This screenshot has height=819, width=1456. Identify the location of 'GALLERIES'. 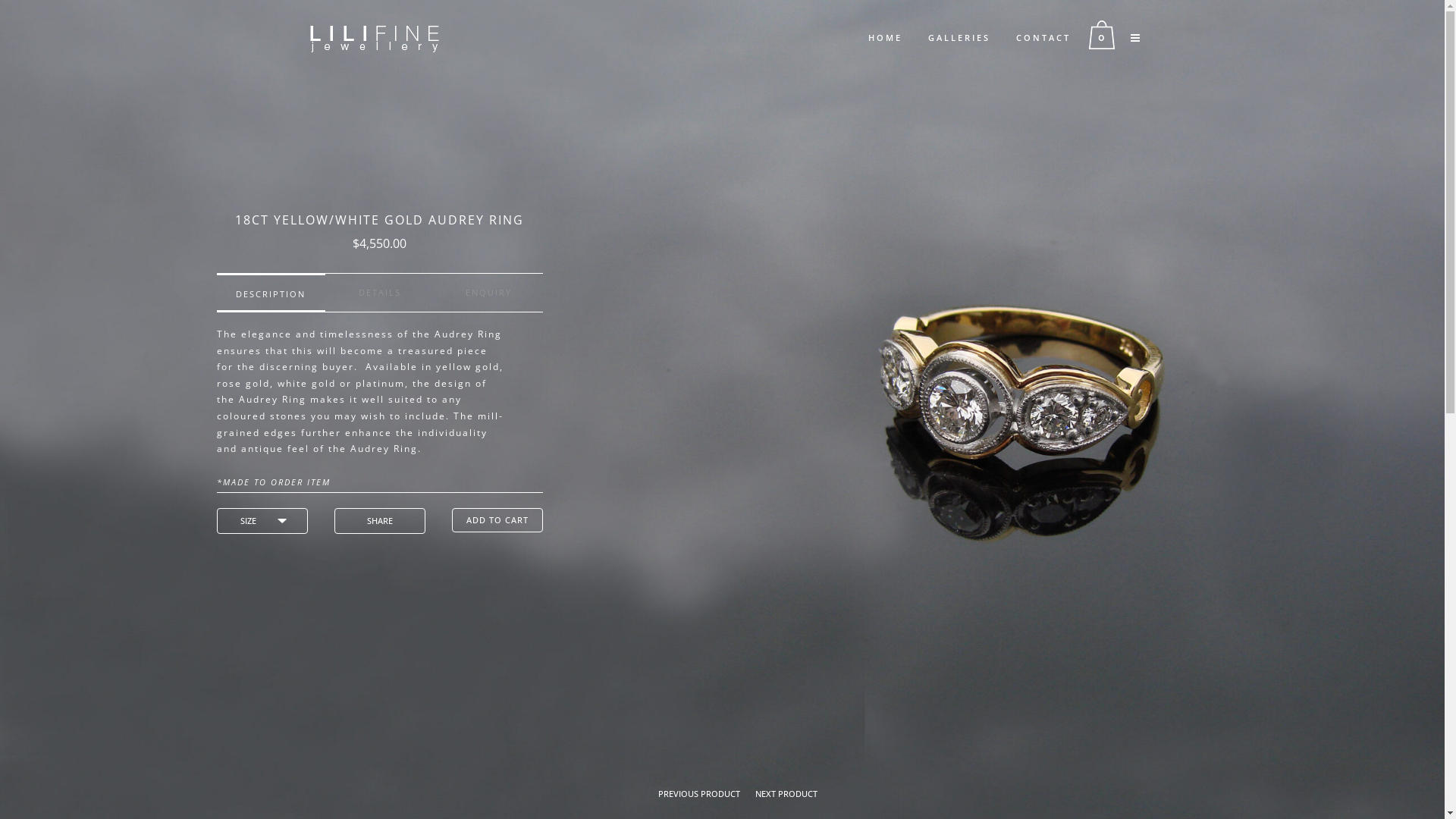
(957, 37).